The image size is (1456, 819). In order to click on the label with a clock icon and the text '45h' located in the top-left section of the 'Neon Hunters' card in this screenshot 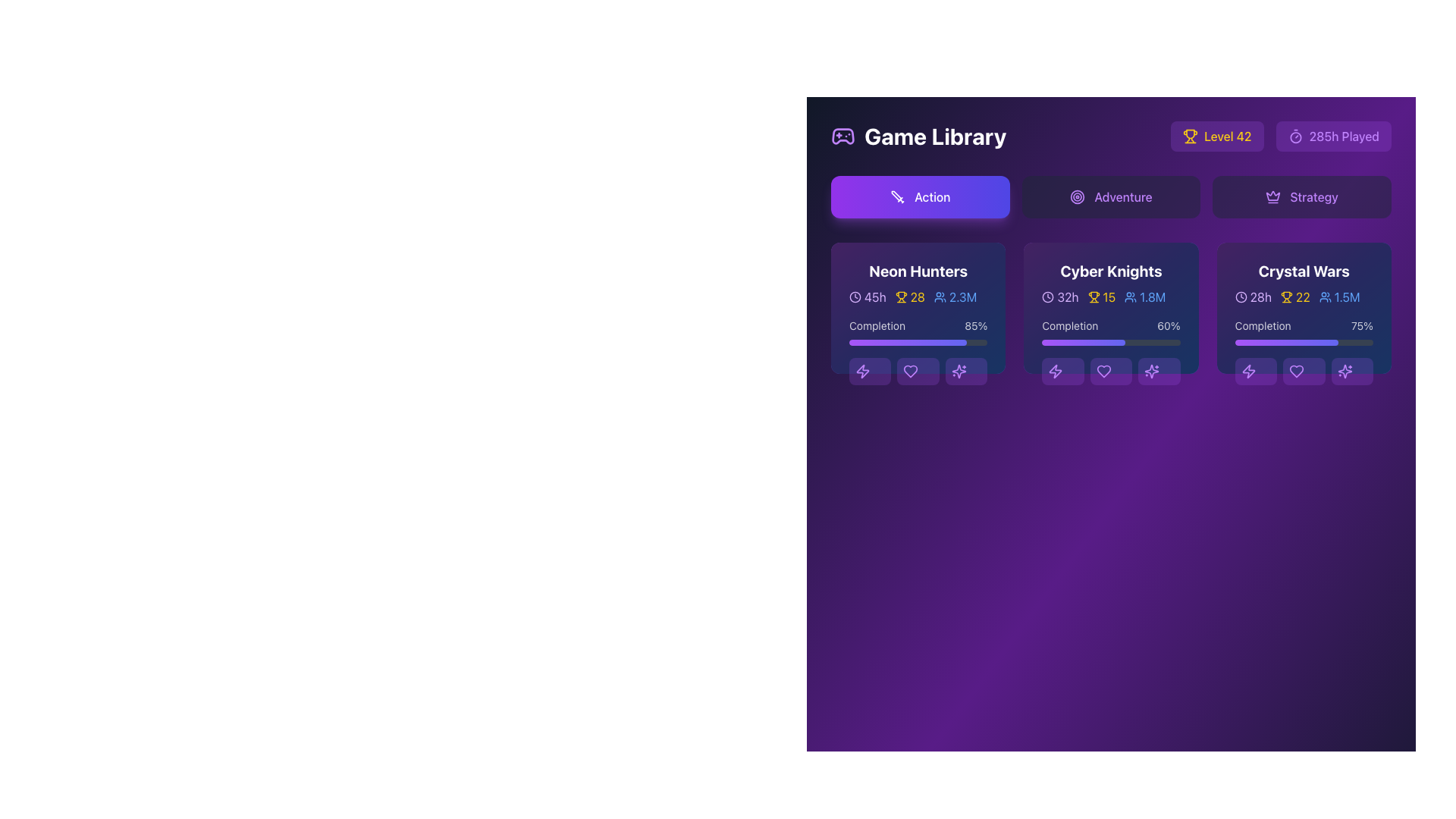, I will do `click(868, 297)`.